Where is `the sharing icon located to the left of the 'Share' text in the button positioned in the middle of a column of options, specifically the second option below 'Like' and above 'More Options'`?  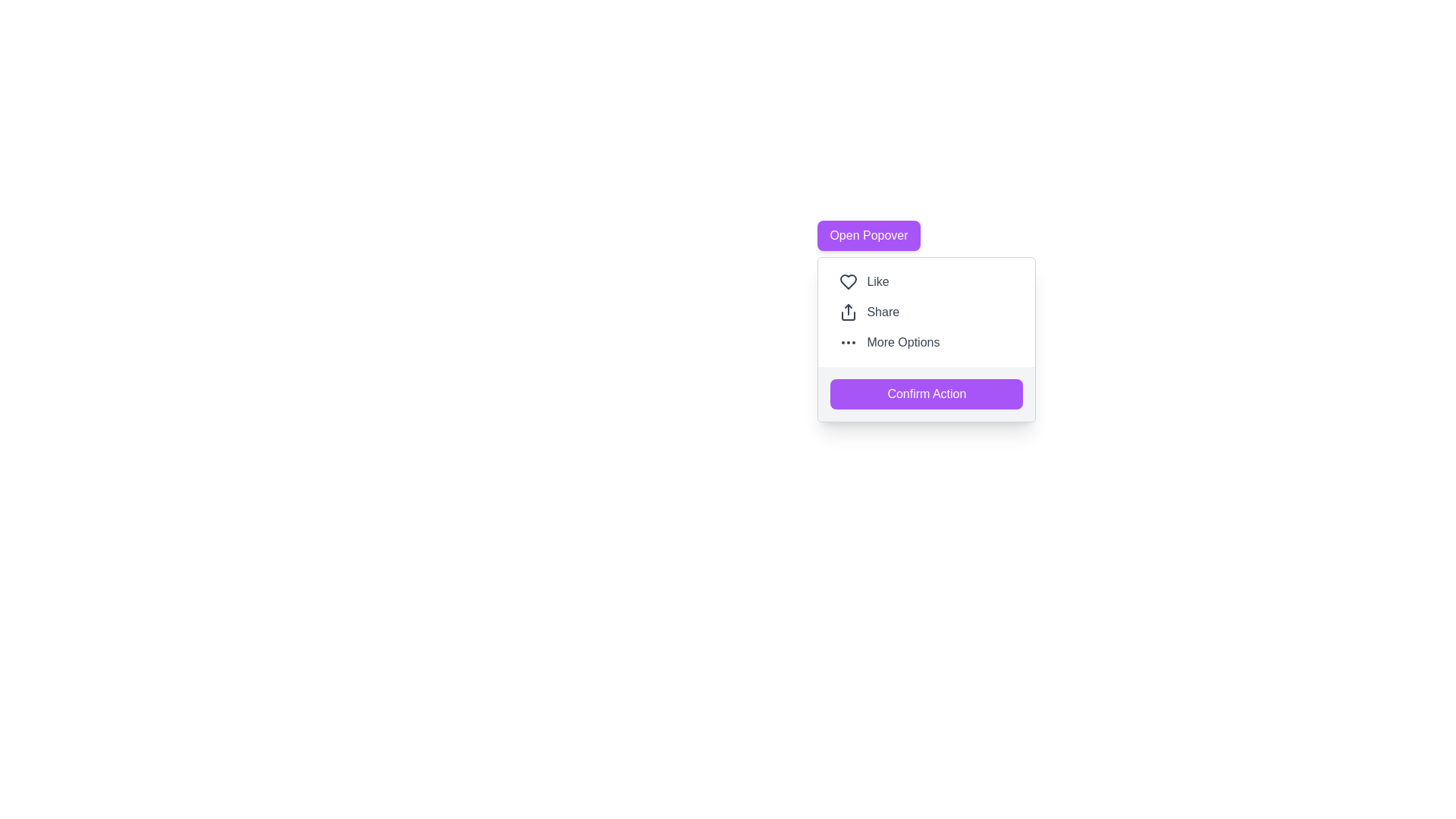 the sharing icon located to the left of the 'Share' text in the button positioned in the middle of a column of options, specifically the second option below 'Like' and above 'More Options' is located at coordinates (848, 312).